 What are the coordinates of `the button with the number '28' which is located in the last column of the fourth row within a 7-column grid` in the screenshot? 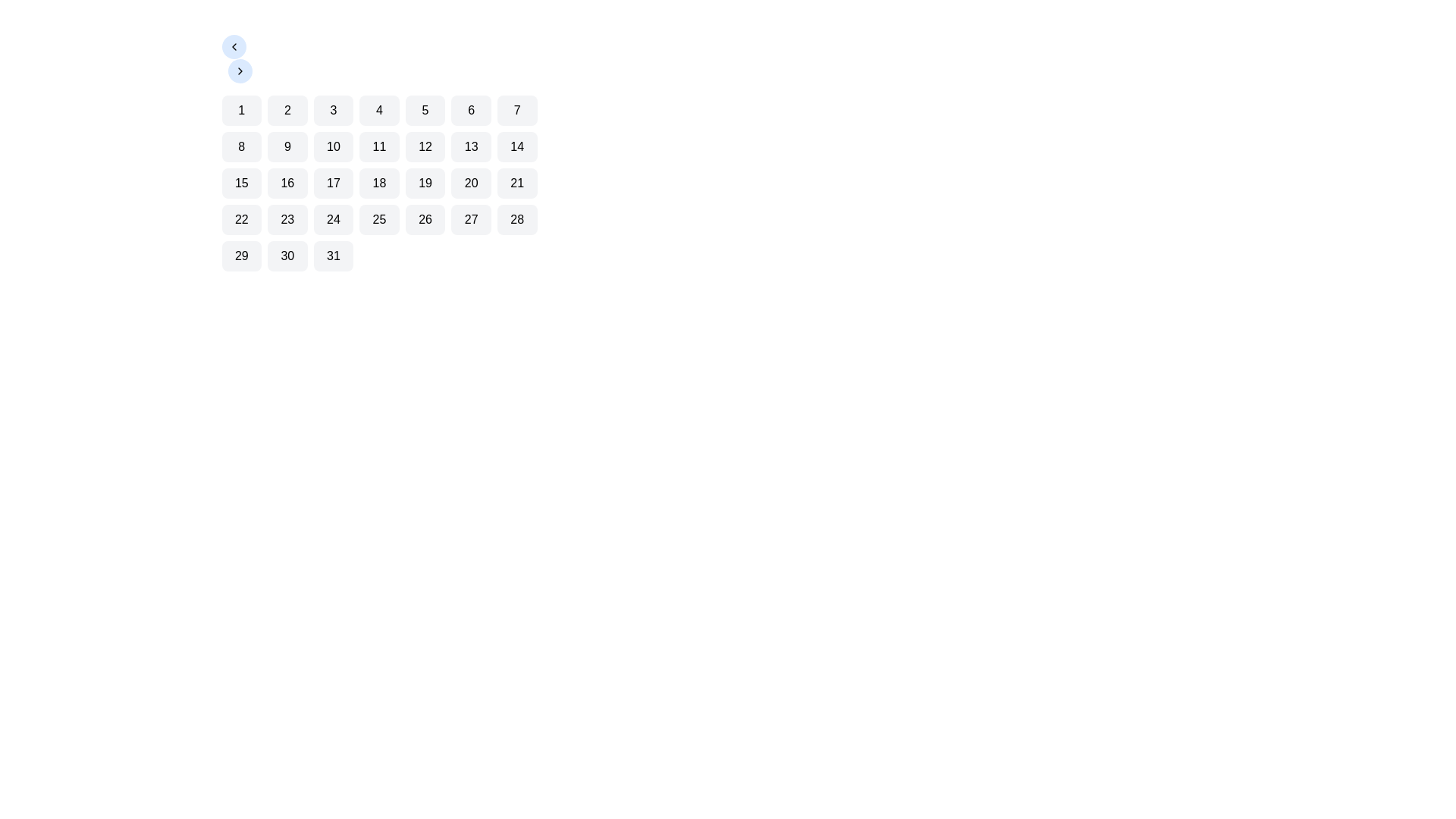 It's located at (517, 219).